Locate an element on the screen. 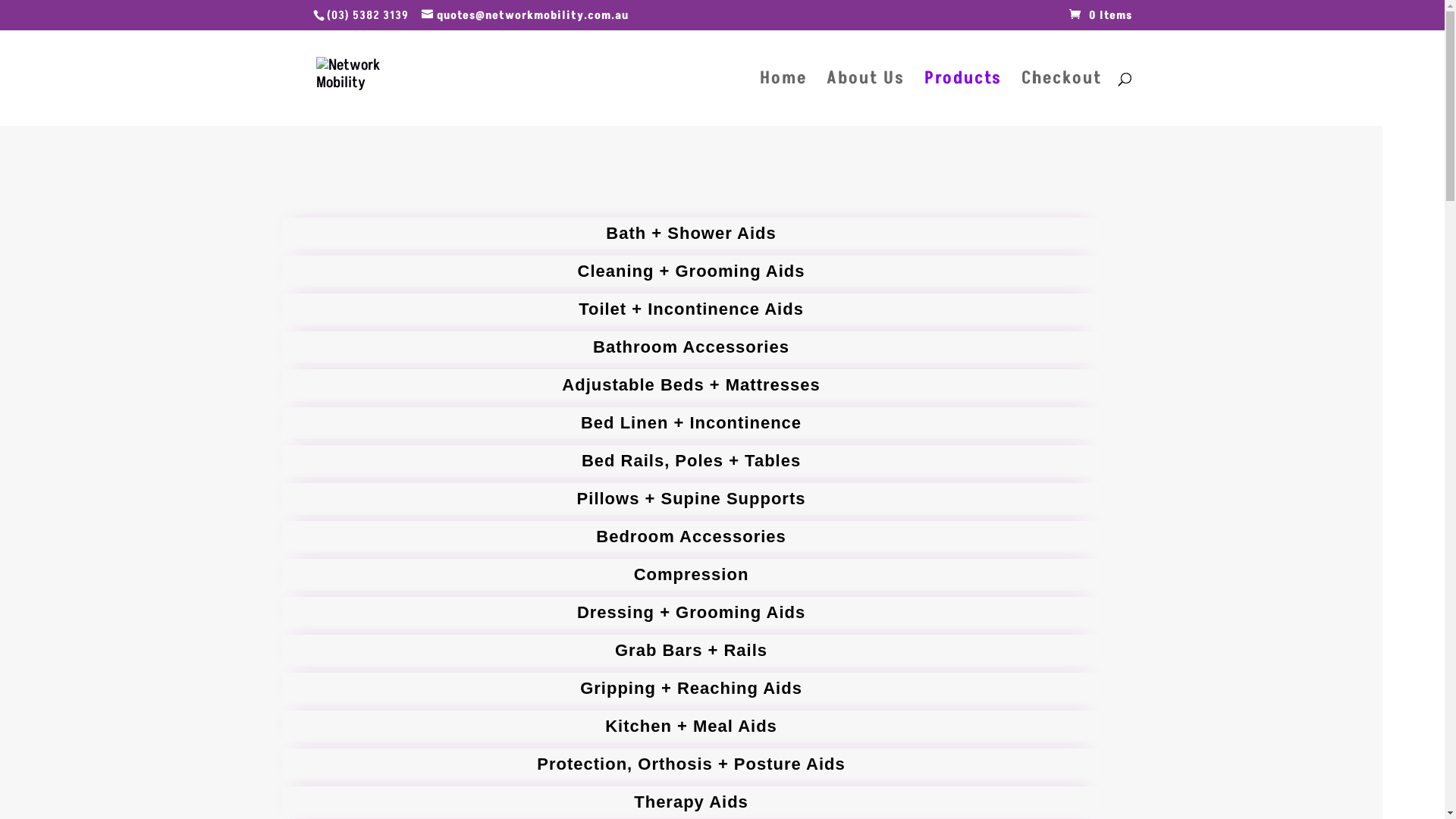 This screenshot has height=819, width=1456. 'Grab Bars + Rails' is located at coordinates (691, 649).